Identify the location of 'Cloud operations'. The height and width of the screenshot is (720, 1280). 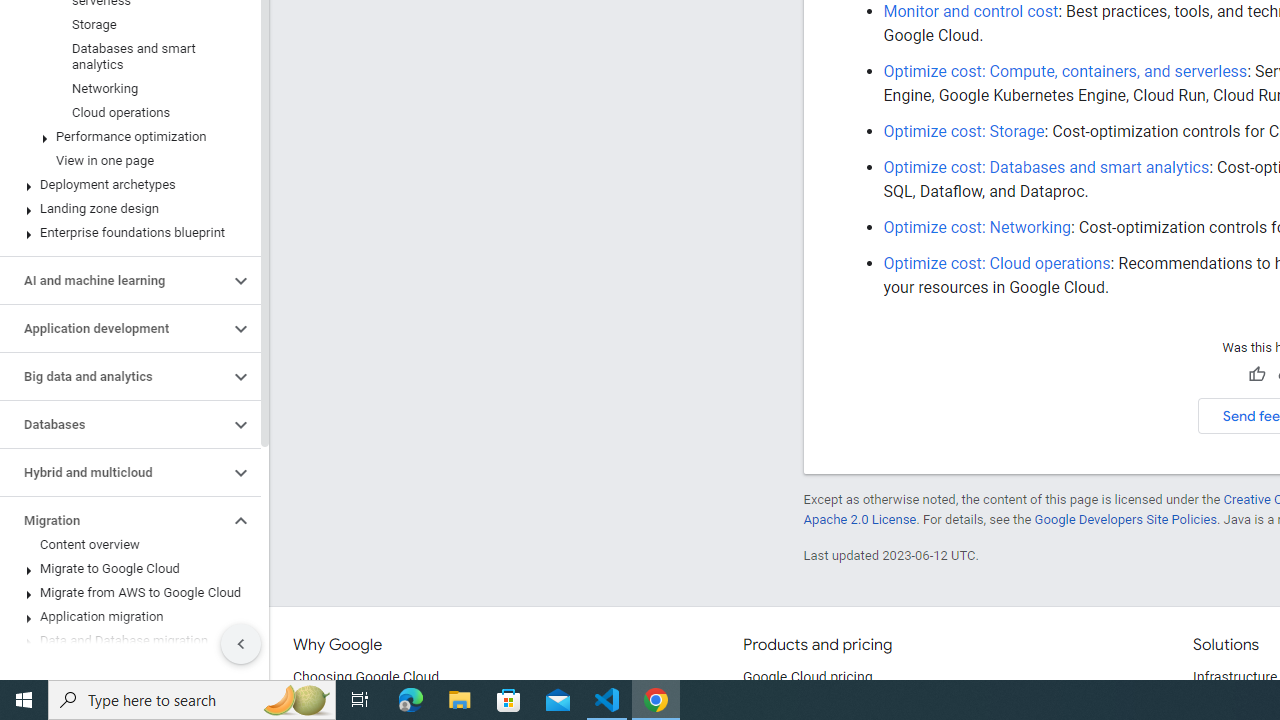
(125, 113).